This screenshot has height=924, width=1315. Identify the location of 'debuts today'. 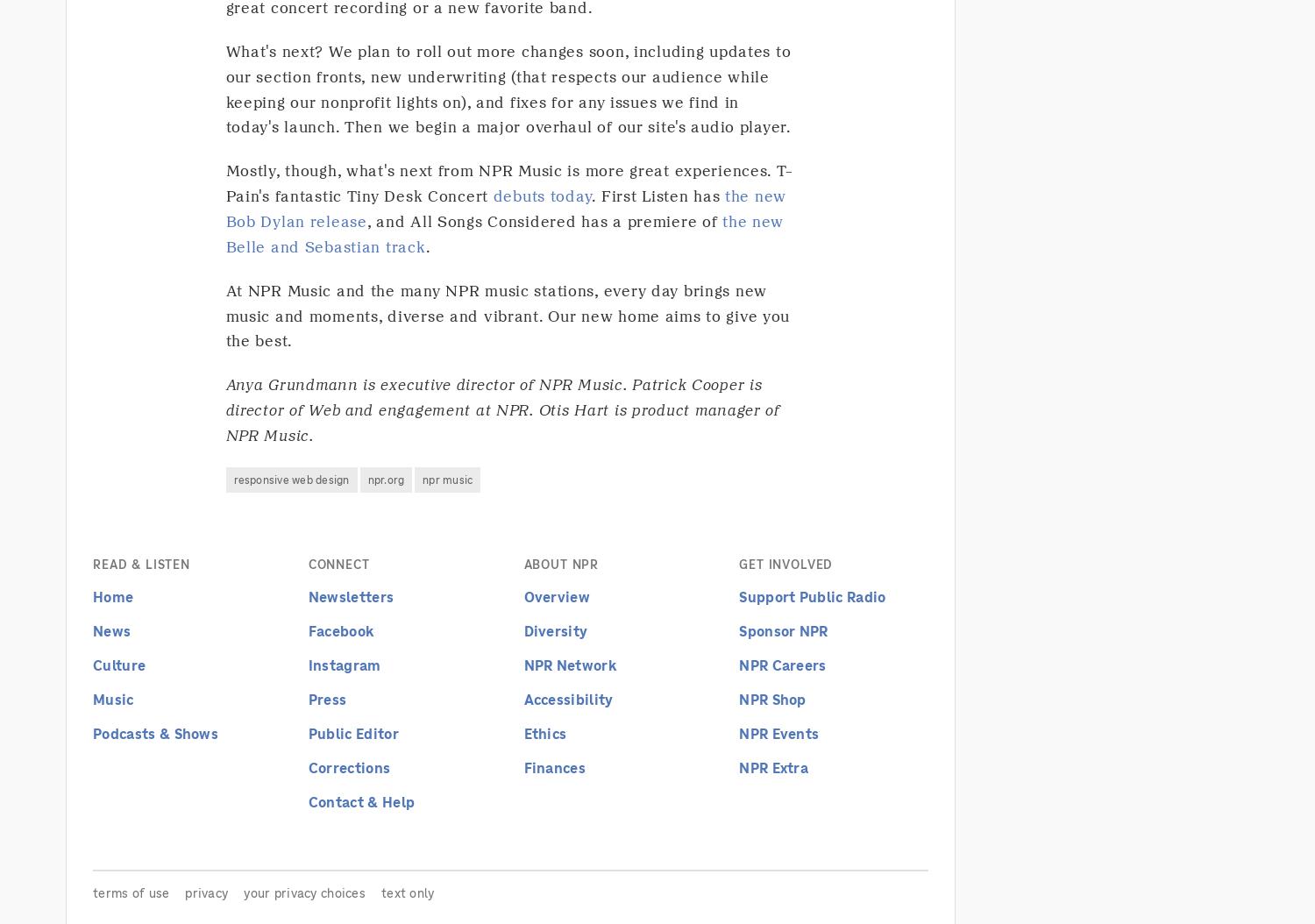
(541, 195).